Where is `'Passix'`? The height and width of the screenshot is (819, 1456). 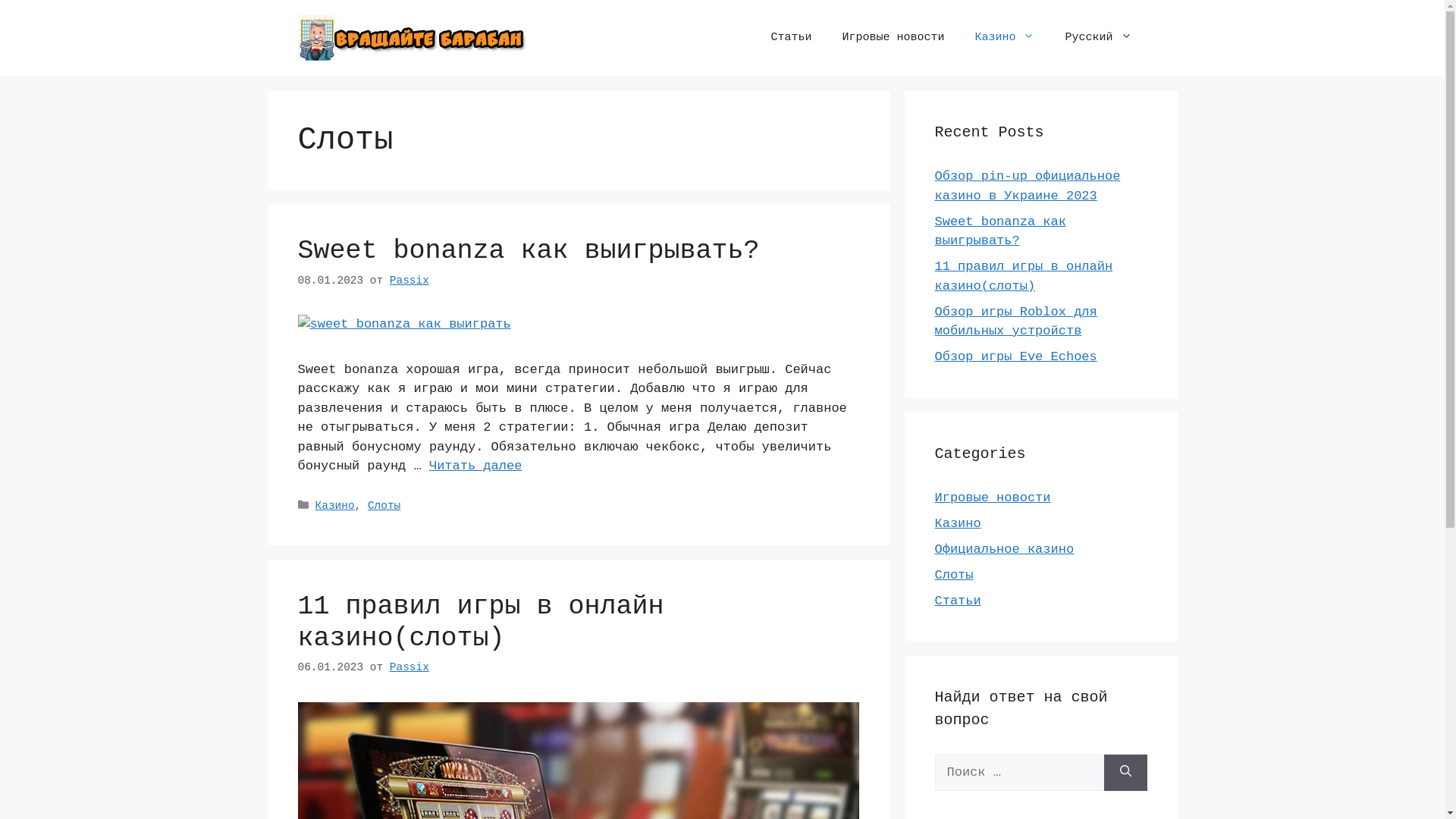
'Passix' is located at coordinates (409, 281).